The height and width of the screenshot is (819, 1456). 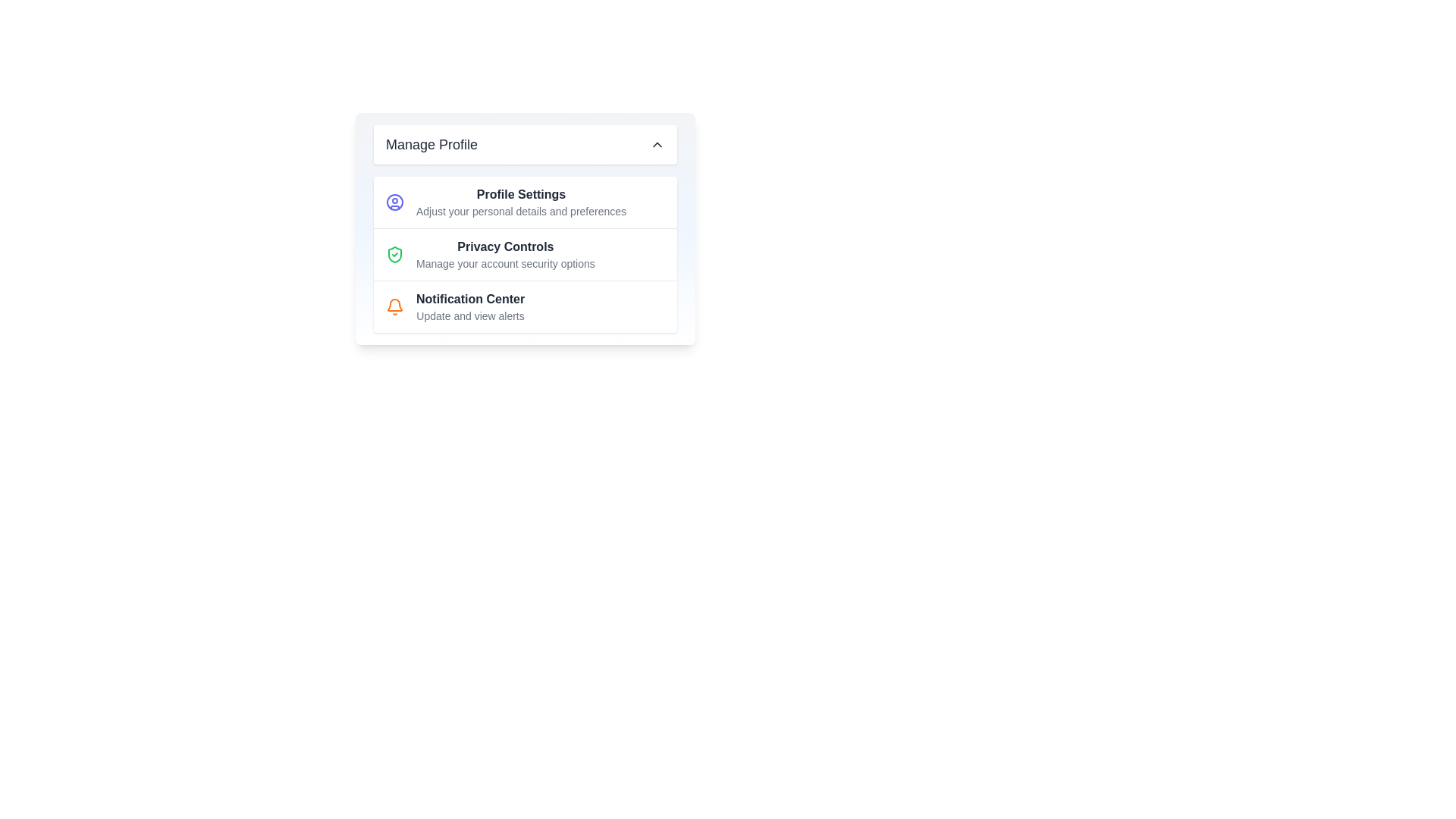 What do you see at coordinates (525, 201) in the screenshot?
I see `the first item in the navigation menu titled 'Manage Profile'` at bounding box center [525, 201].